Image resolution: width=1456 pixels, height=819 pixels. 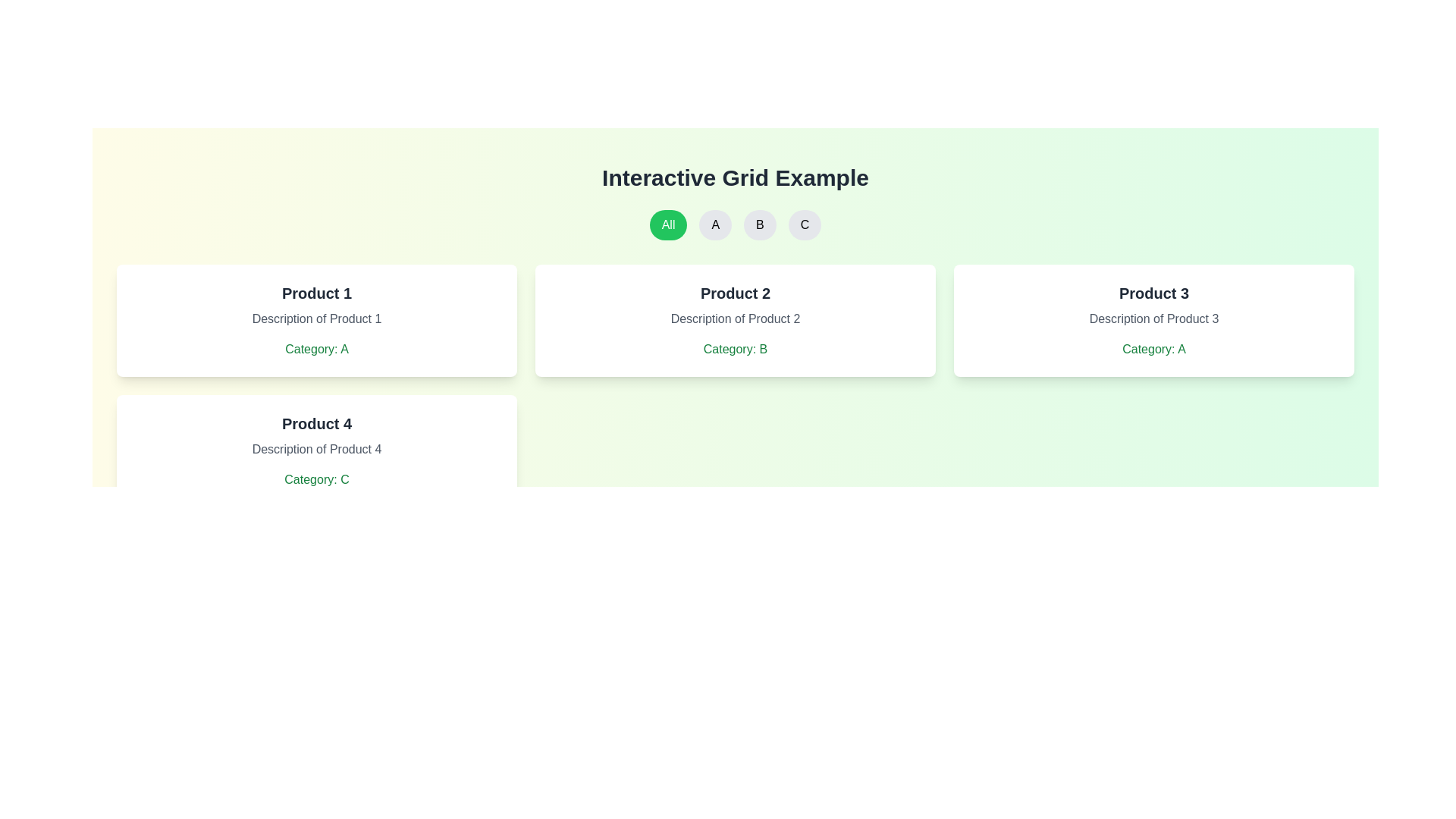 What do you see at coordinates (760, 225) in the screenshot?
I see `the button labeled 'B'` at bounding box center [760, 225].